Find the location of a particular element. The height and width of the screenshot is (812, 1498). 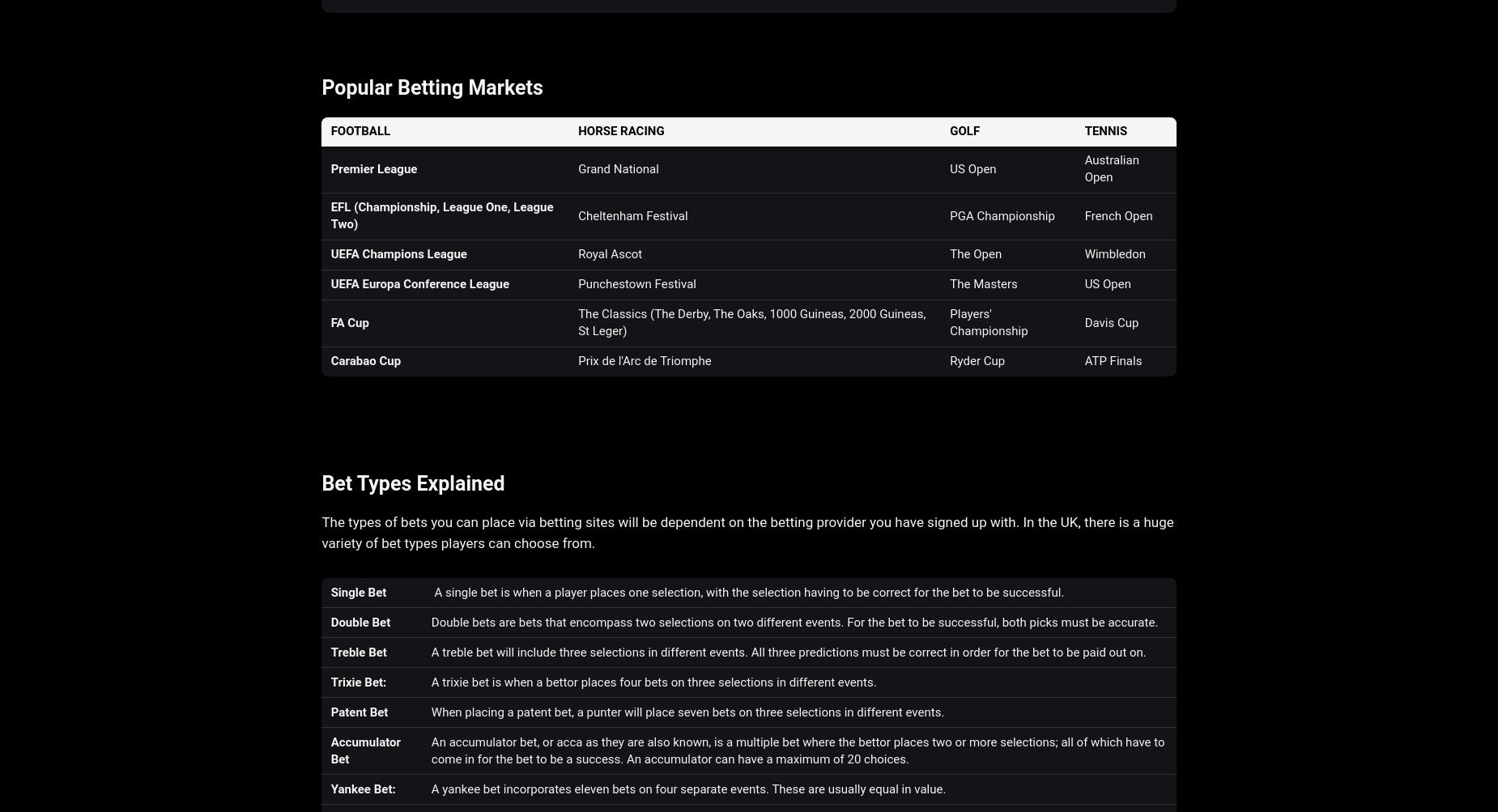

'A treble bet will include three selections in different events. All three predictions must be correct in order for the bet to be paid out on.' is located at coordinates (787, 652).